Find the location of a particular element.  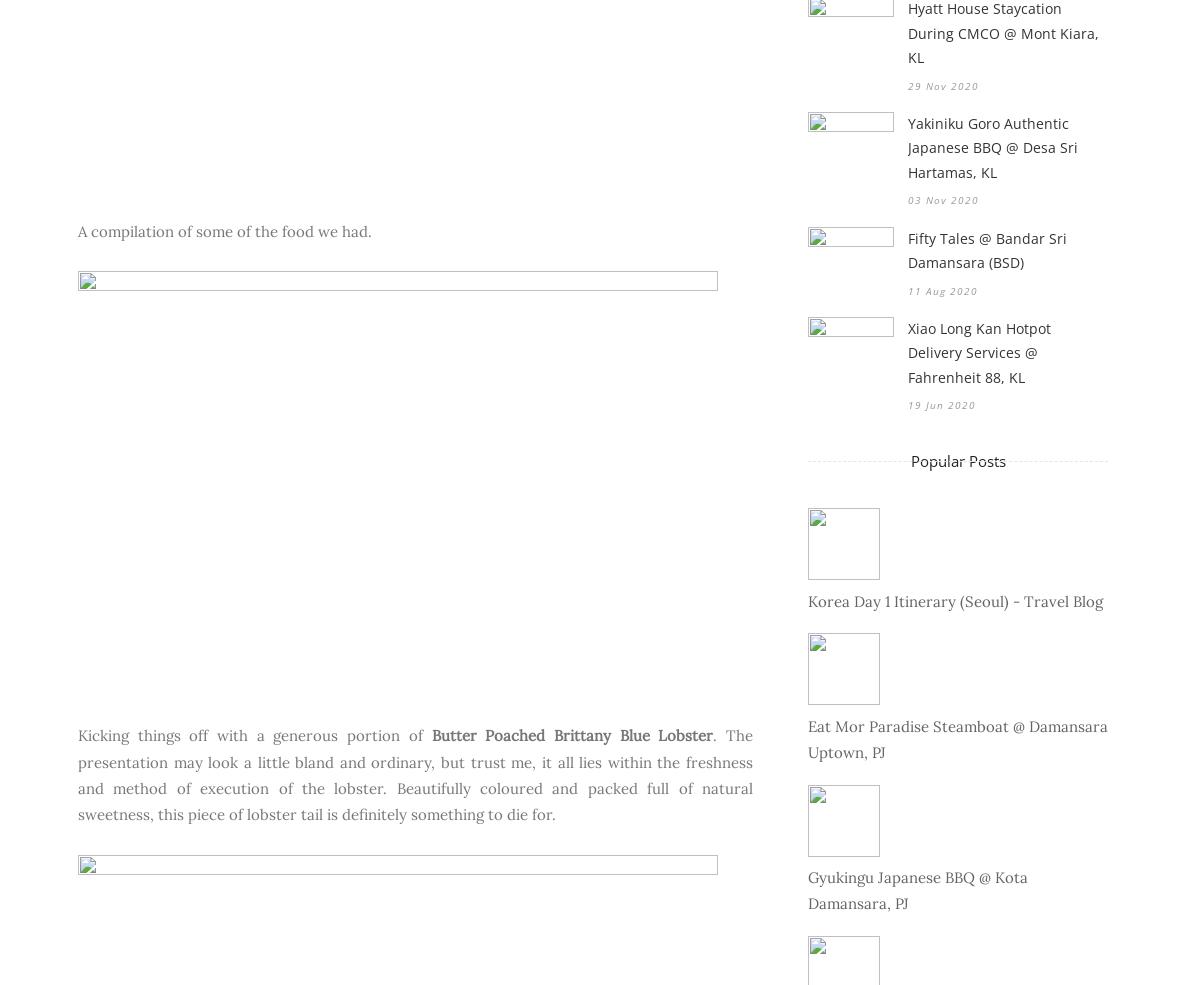

'Korea Day 1 Itinerary (Seoul) - Travel Blog' is located at coordinates (954, 599).